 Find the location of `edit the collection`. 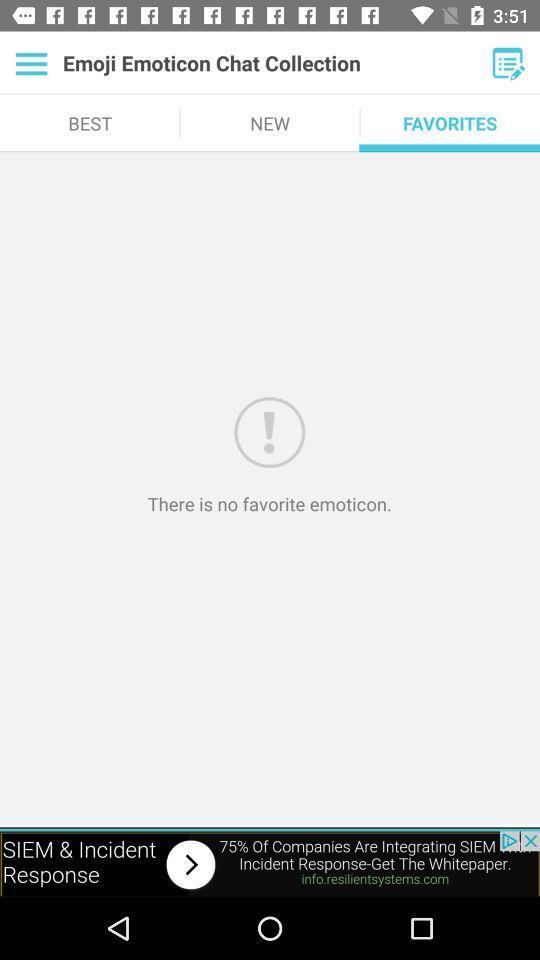

edit the collection is located at coordinates (508, 63).